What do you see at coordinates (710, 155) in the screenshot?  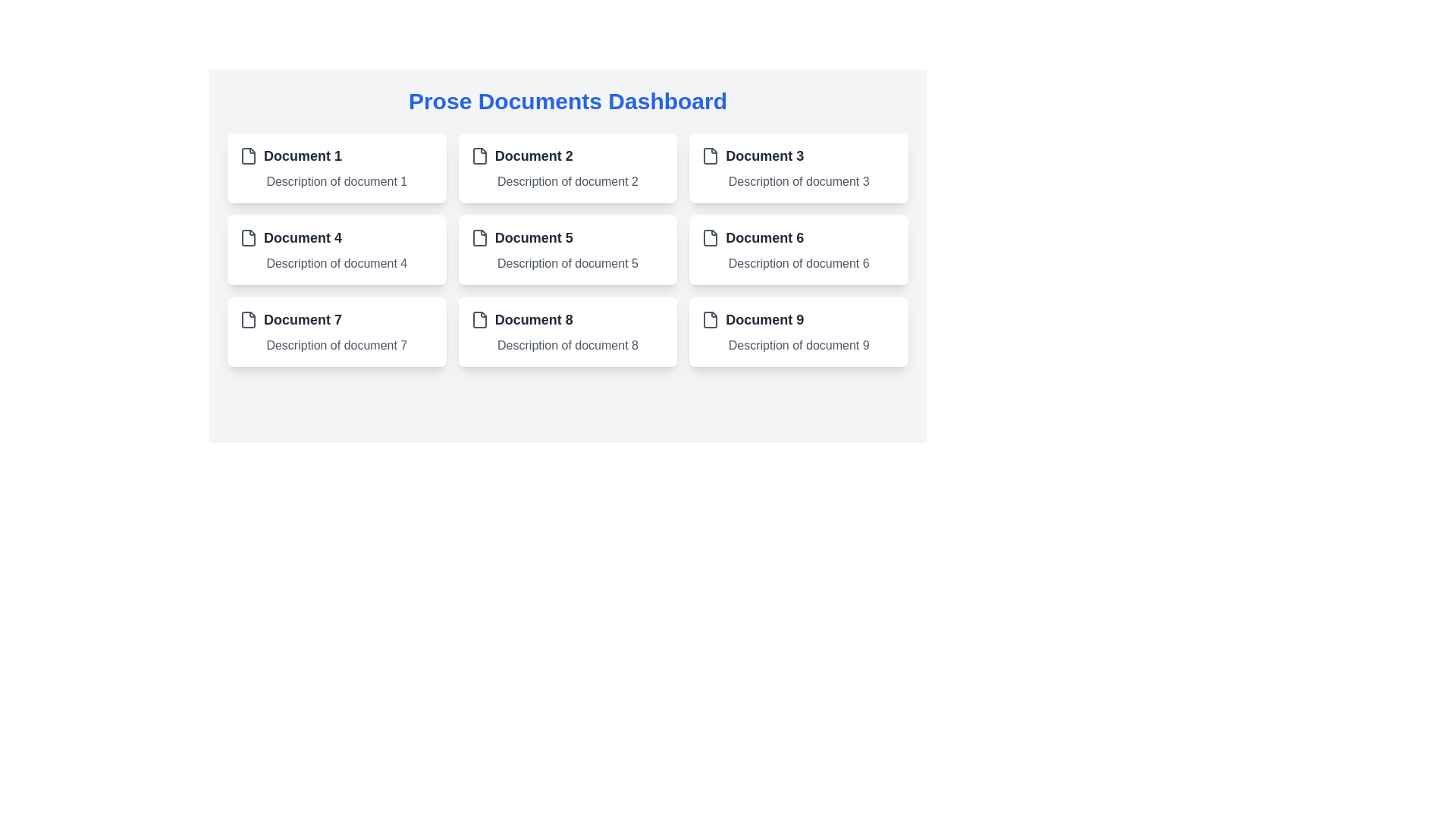 I see `the file document illustration icon located in the grid item labeled 'Document 3' in the top-right area of the layout` at bounding box center [710, 155].